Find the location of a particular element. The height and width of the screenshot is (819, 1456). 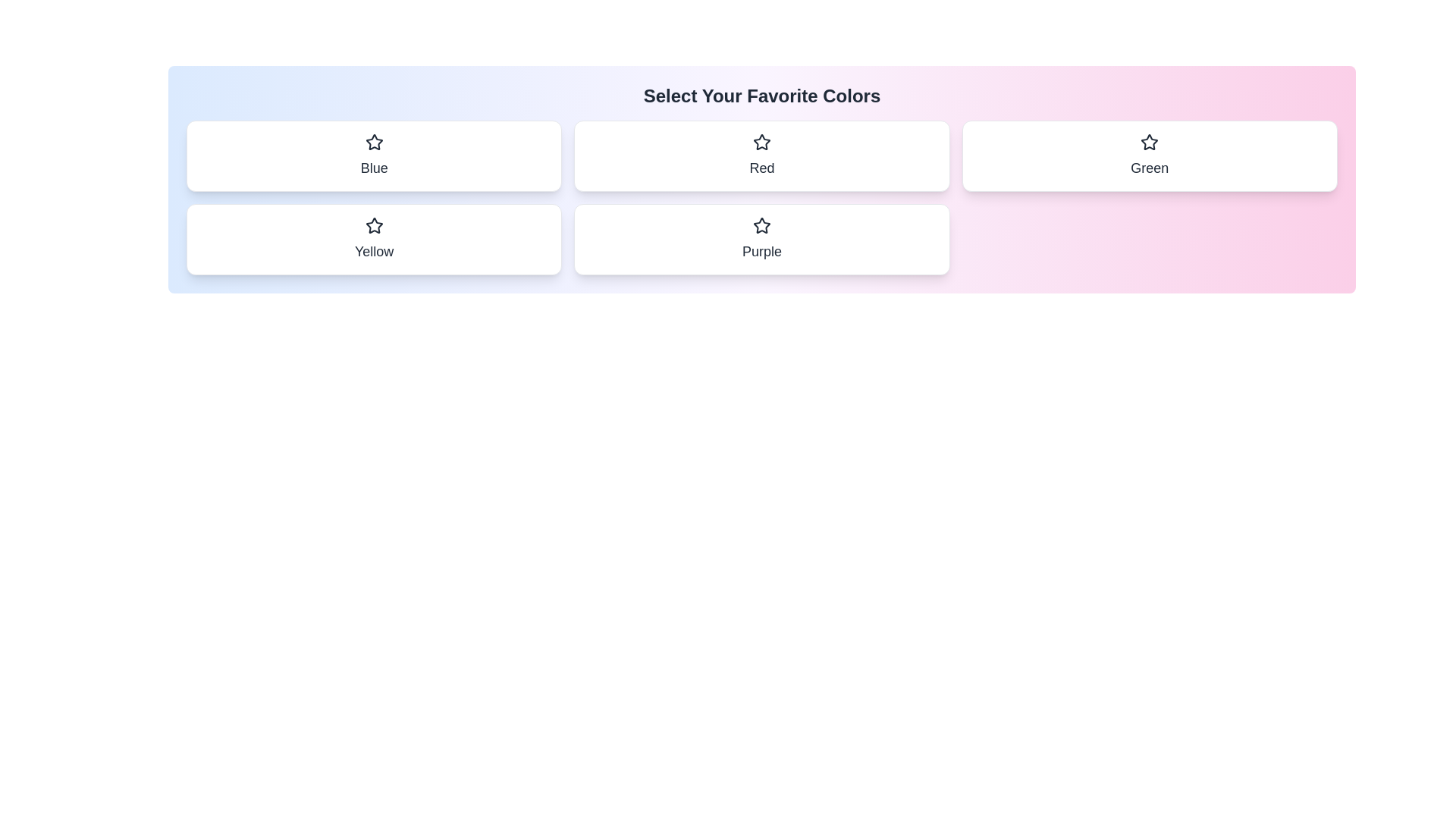

the color chip labeled Blue is located at coordinates (374, 155).